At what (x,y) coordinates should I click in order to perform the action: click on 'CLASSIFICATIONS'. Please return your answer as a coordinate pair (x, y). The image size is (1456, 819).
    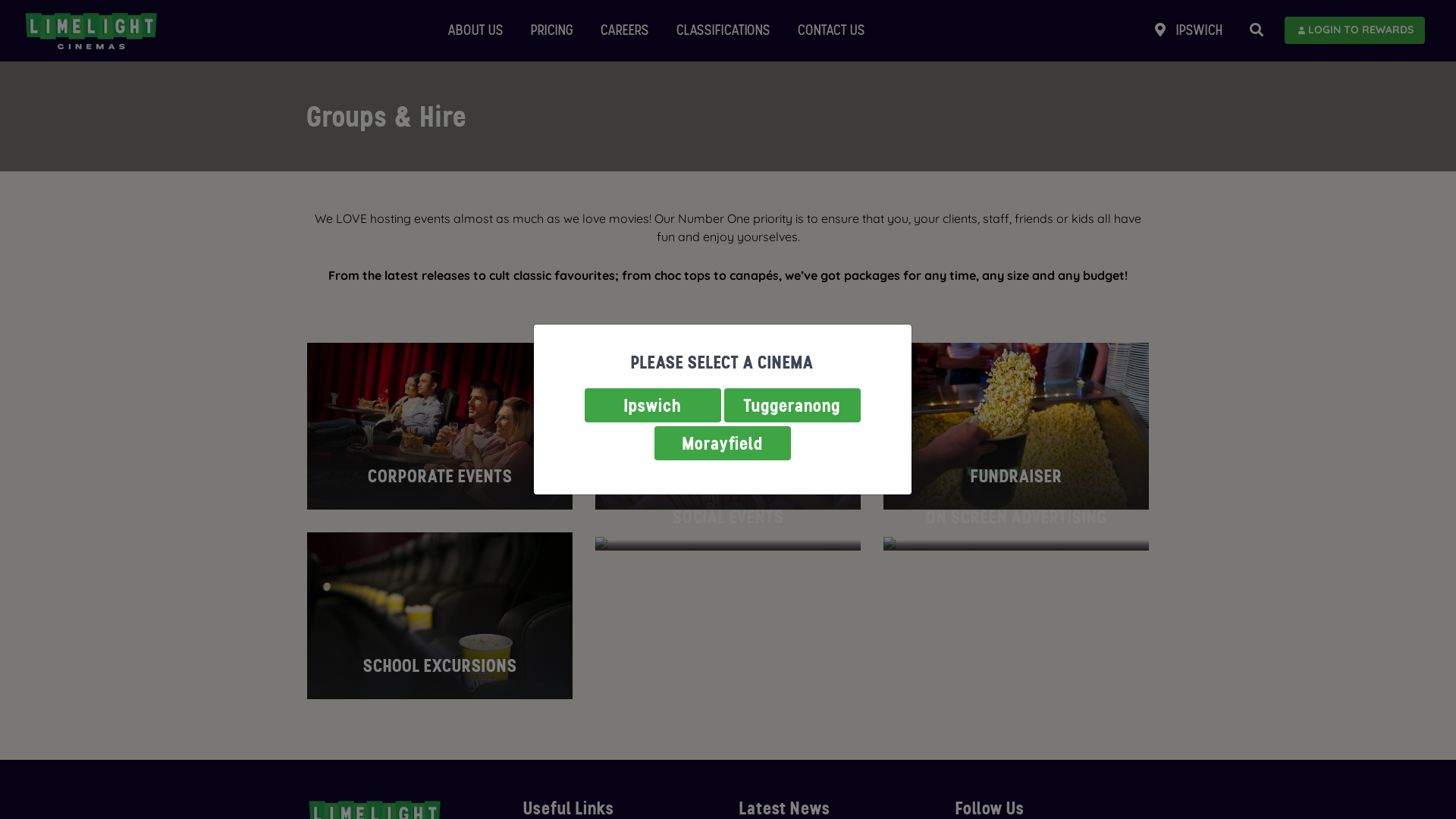
    Looking at the image, I should click on (669, 30).